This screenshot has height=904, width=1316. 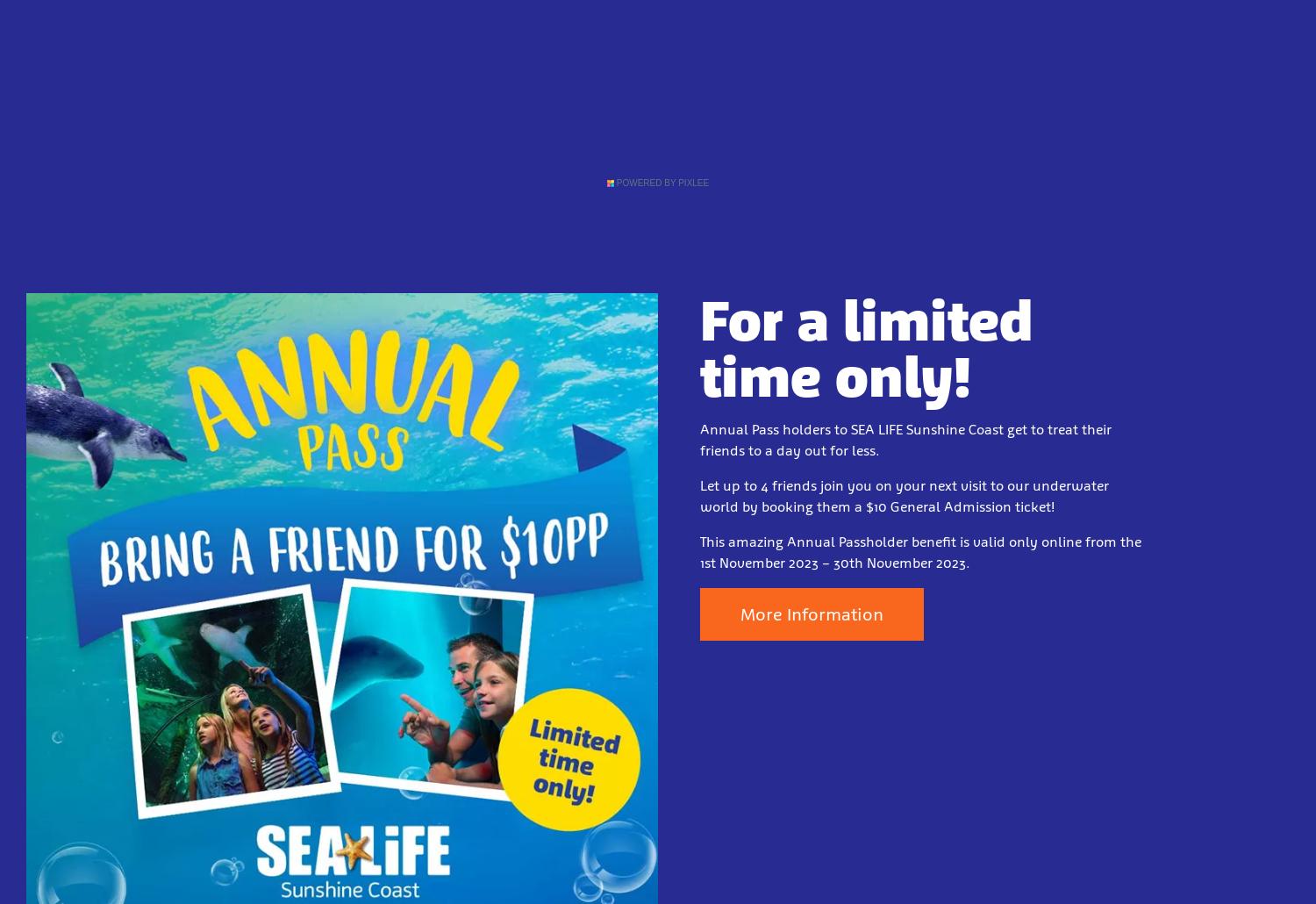 What do you see at coordinates (783, 94) in the screenshot?
I see `'Information'` at bounding box center [783, 94].